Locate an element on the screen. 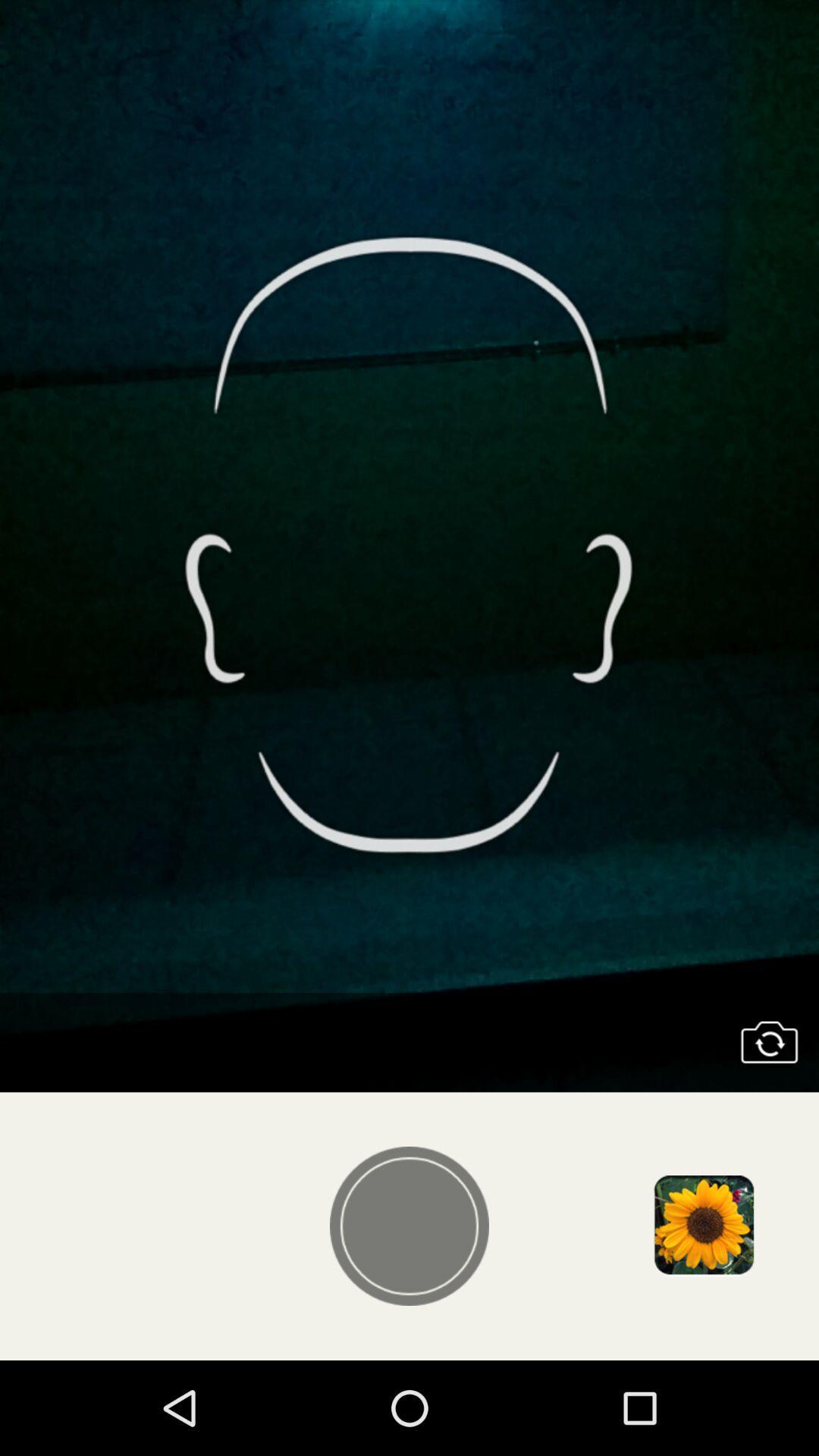 The height and width of the screenshot is (1456, 819). the avatar icon is located at coordinates (409, 1311).